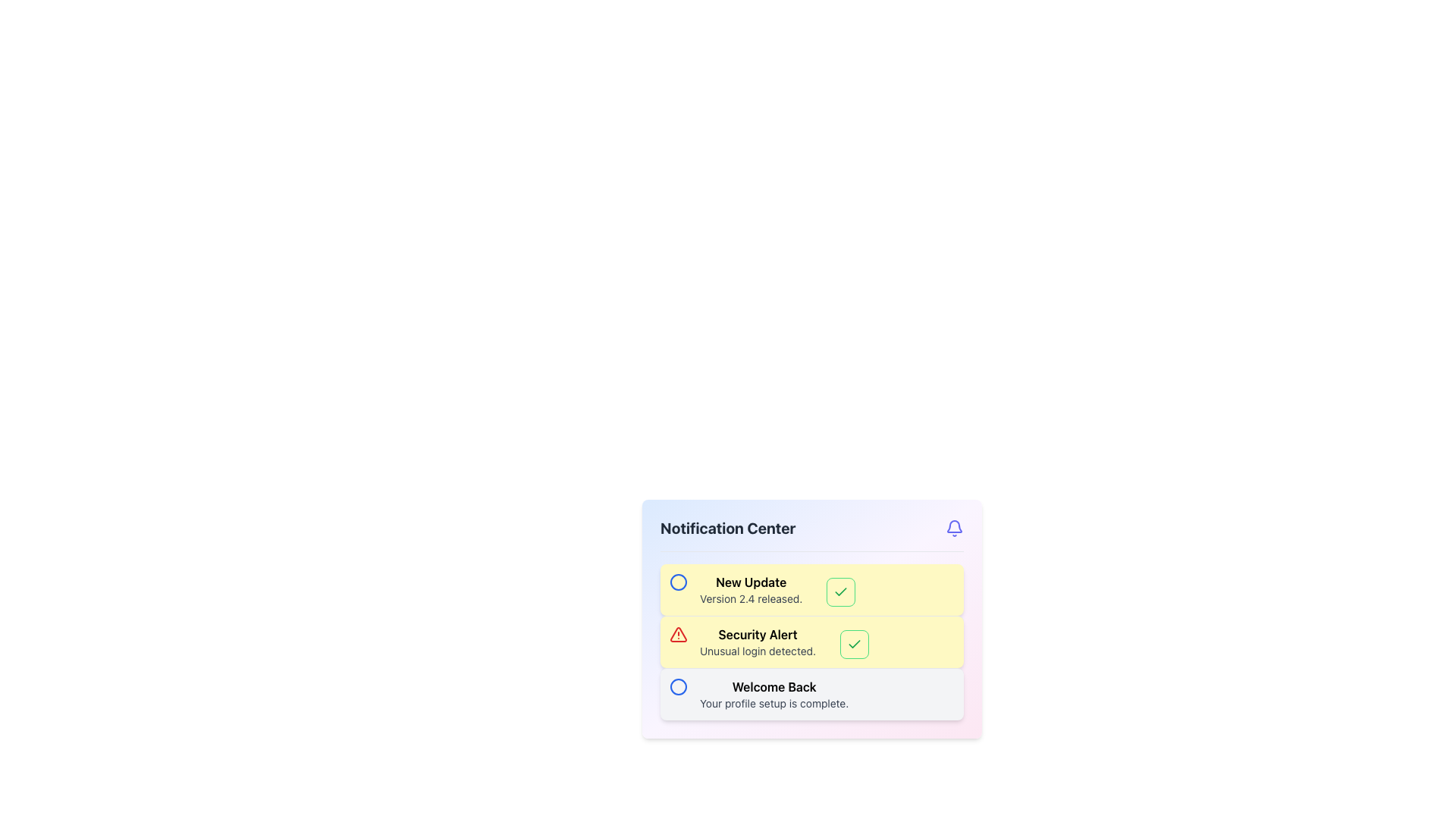 Image resolution: width=1456 pixels, height=819 pixels. Describe the element at coordinates (855, 644) in the screenshot. I see `green checkmark icon indicating success, located within the 'New Update' notification in the Notification Center` at that location.